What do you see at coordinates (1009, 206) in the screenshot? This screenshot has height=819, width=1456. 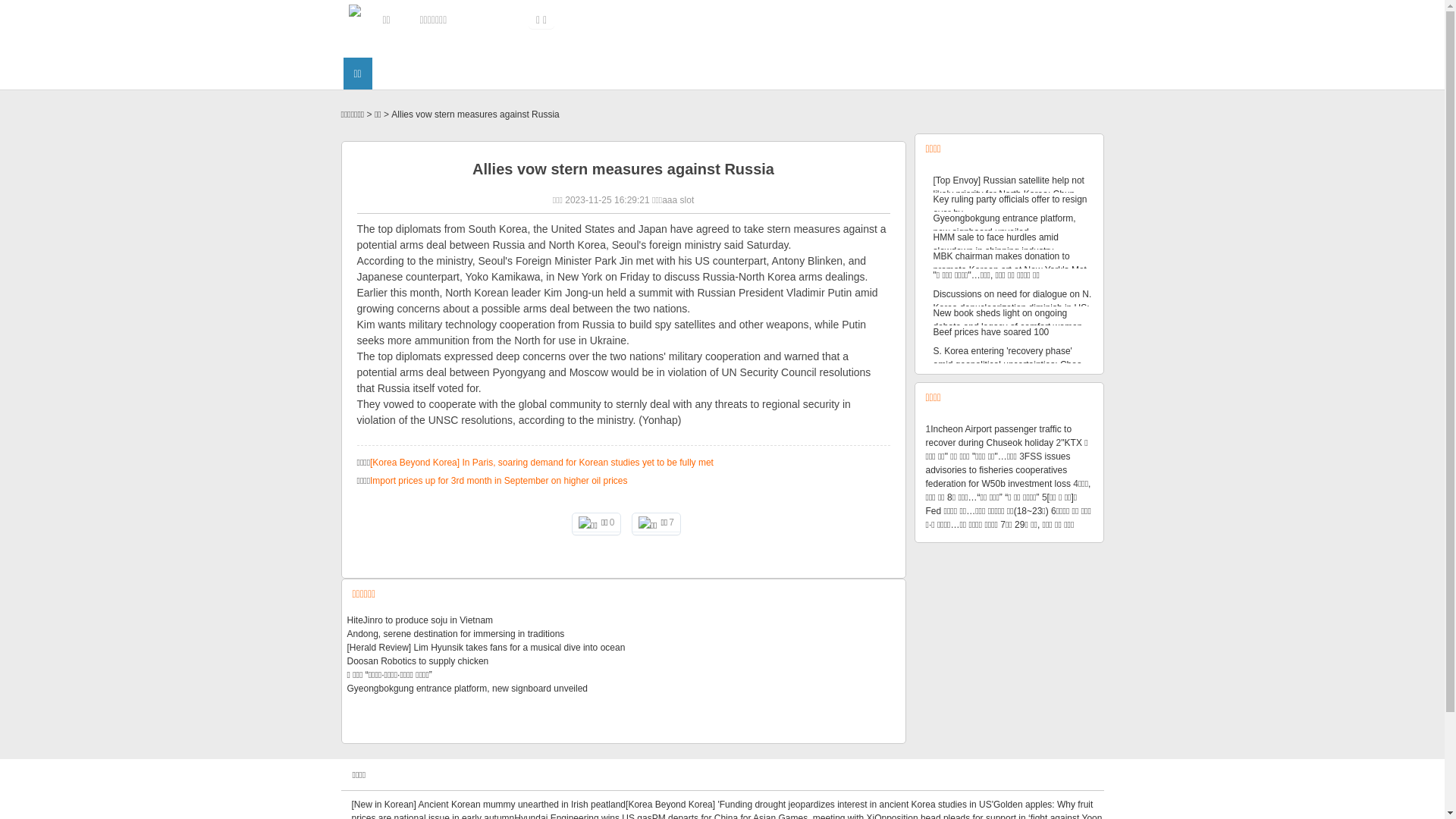 I see `'Key ruling party officials offer to resign over by'` at bounding box center [1009, 206].